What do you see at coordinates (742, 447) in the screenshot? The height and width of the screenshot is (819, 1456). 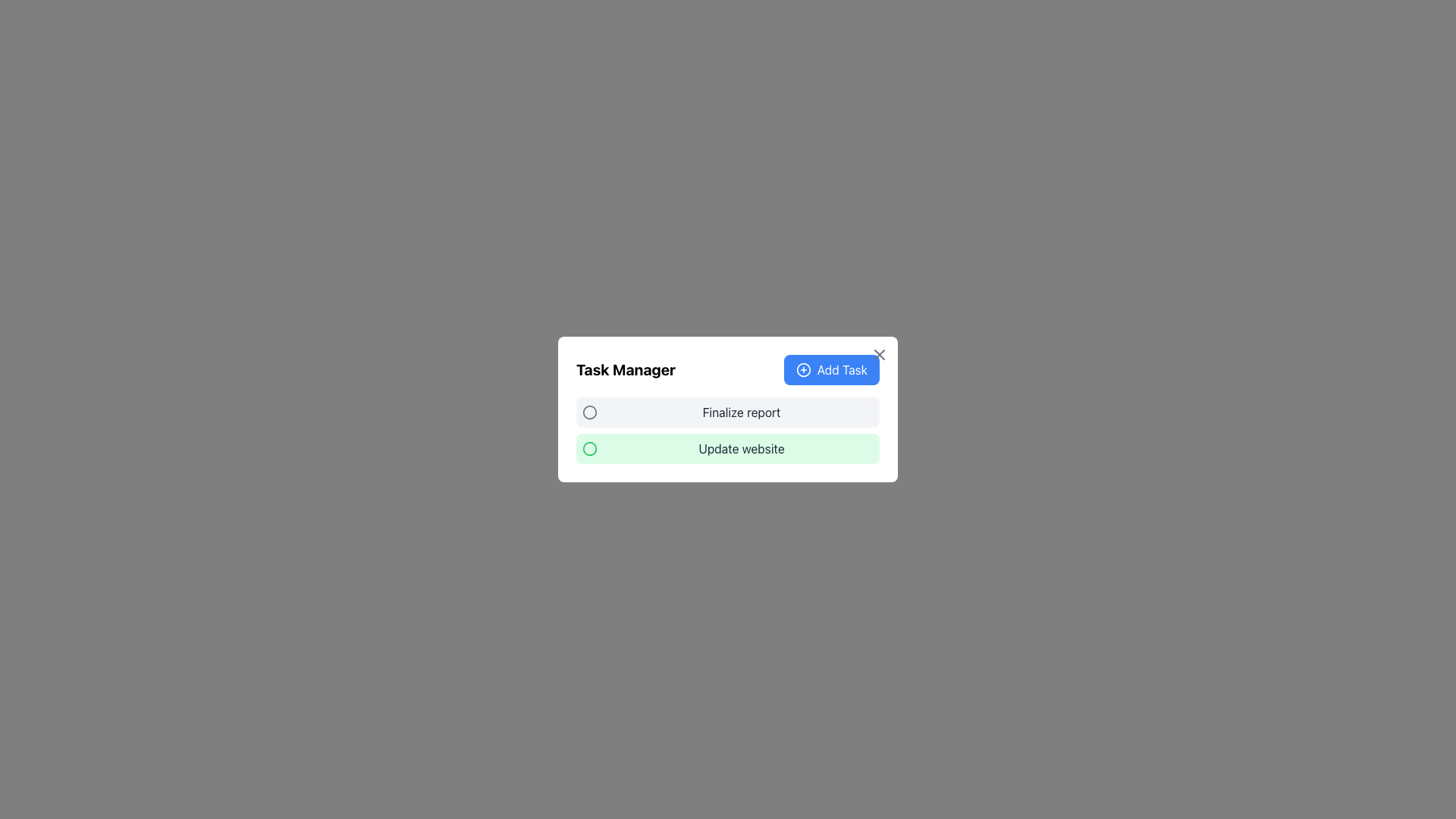 I see `the static text element that provides the task description for the 'Update website' task, positioned below the 'Finalize report' task item and to the right of a circular icon` at bounding box center [742, 447].